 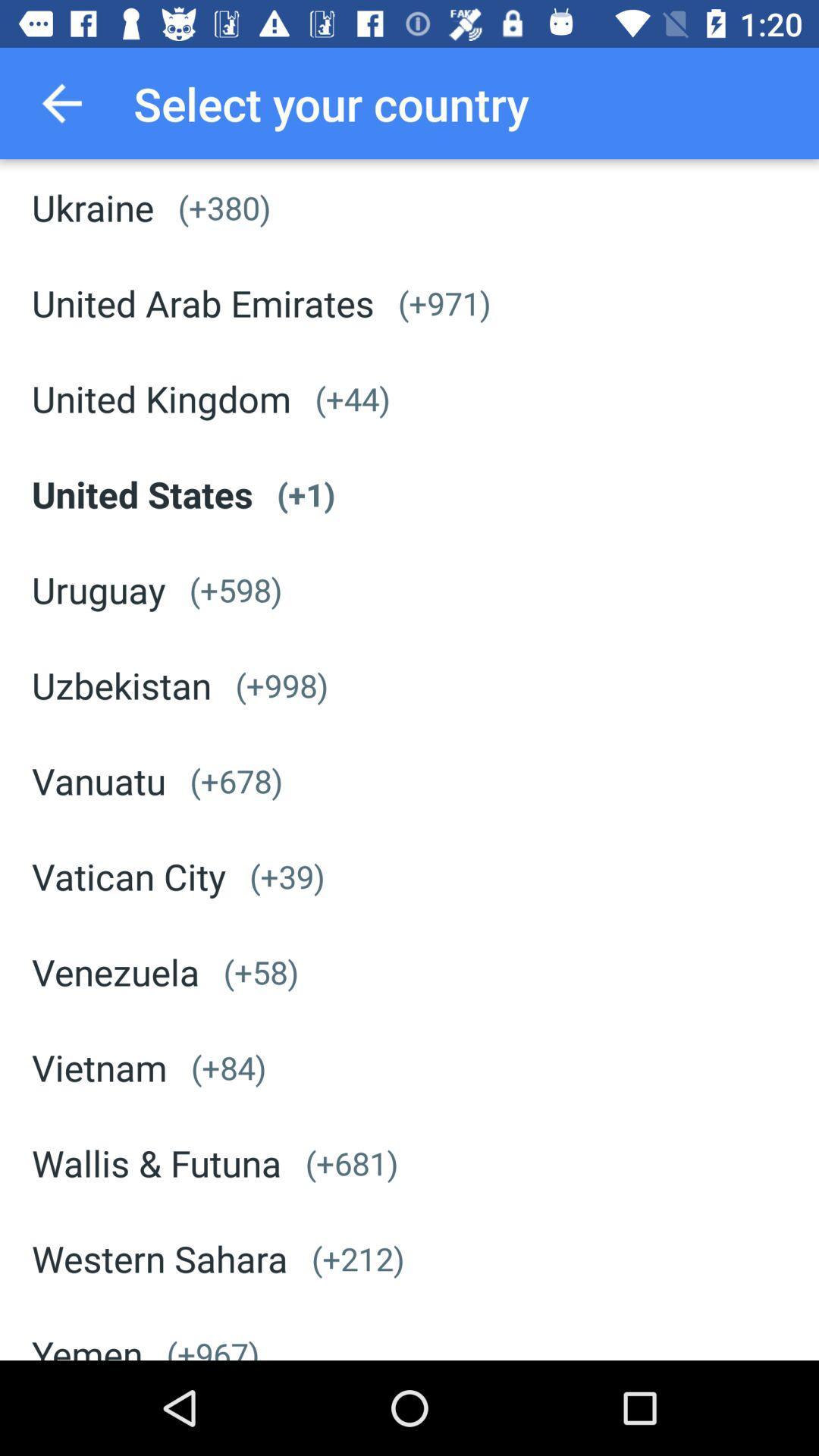 I want to click on the arrow_backward icon, so click(x=61, y=102).